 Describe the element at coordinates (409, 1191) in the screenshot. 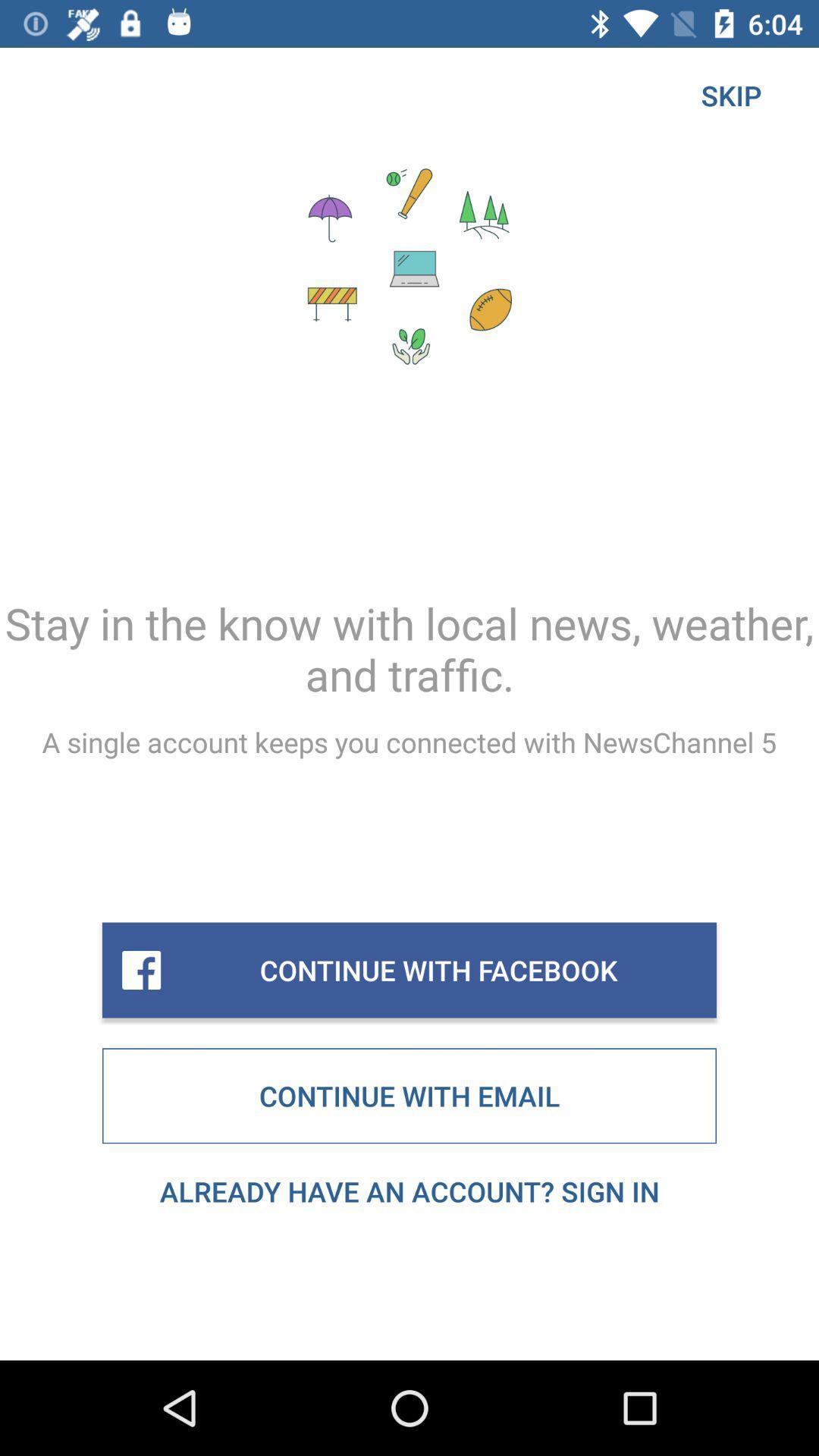

I see `the item below continue with email` at that location.